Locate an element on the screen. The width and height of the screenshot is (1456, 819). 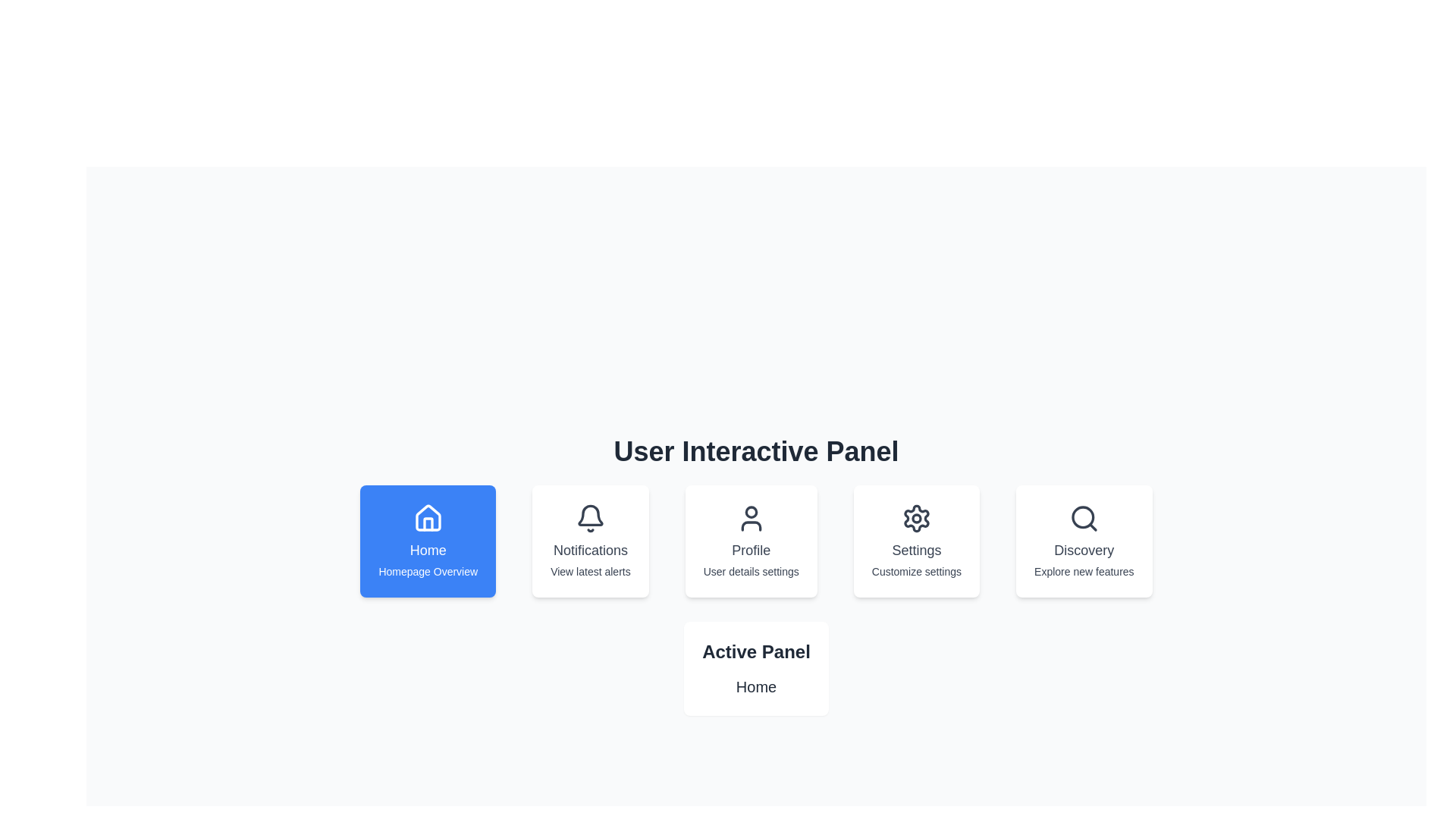
the second text line within the 'Notifications' card, which provides additional details about notifications and is centered horizontally within the card is located at coordinates (589, 571).